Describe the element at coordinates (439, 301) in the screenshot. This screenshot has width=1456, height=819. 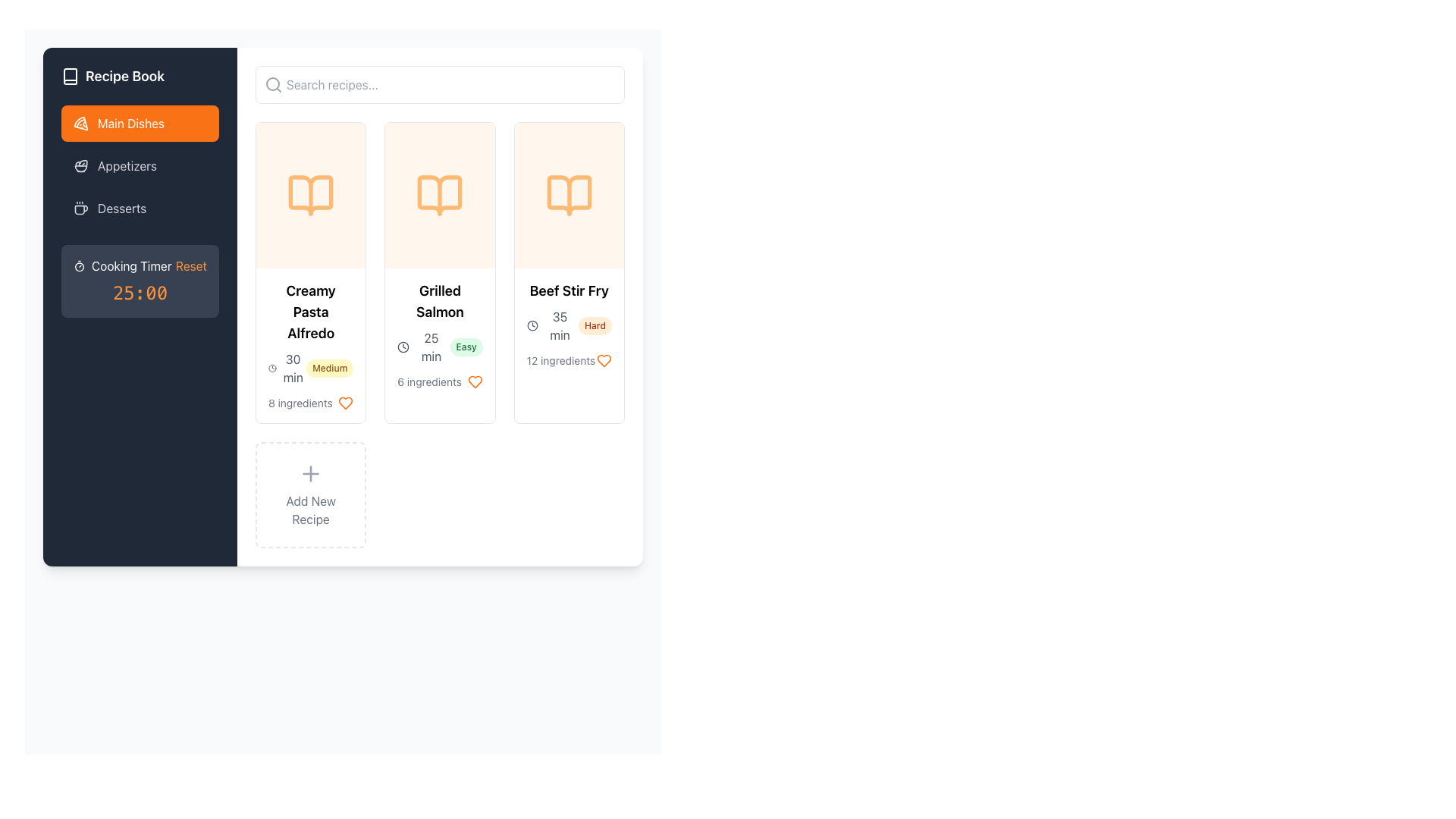
I see `the text label that serves as the title of the recipe in the second card of the vertical recipe list, positioned below an open book icon and above the preparation details` at that location.